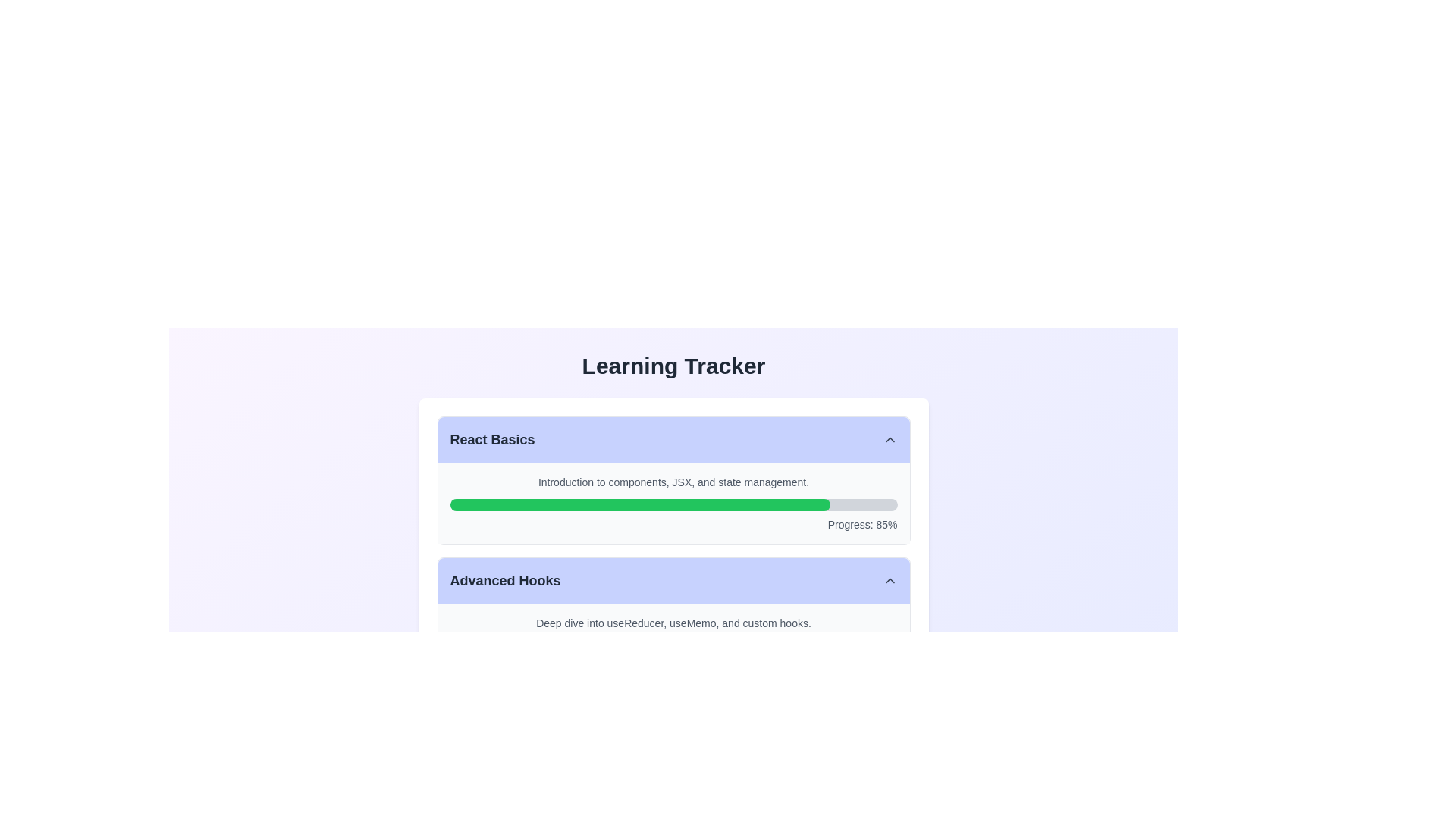  What do you see at coordinates (673, 505) in the screenshot?
I see `the progress bar indicating 85% completion, located below the text 'Introduction to components, JSX, and state management.' and above 'Progress: 85%' in the 'React Basics' section` at bounding box center [673, 505].